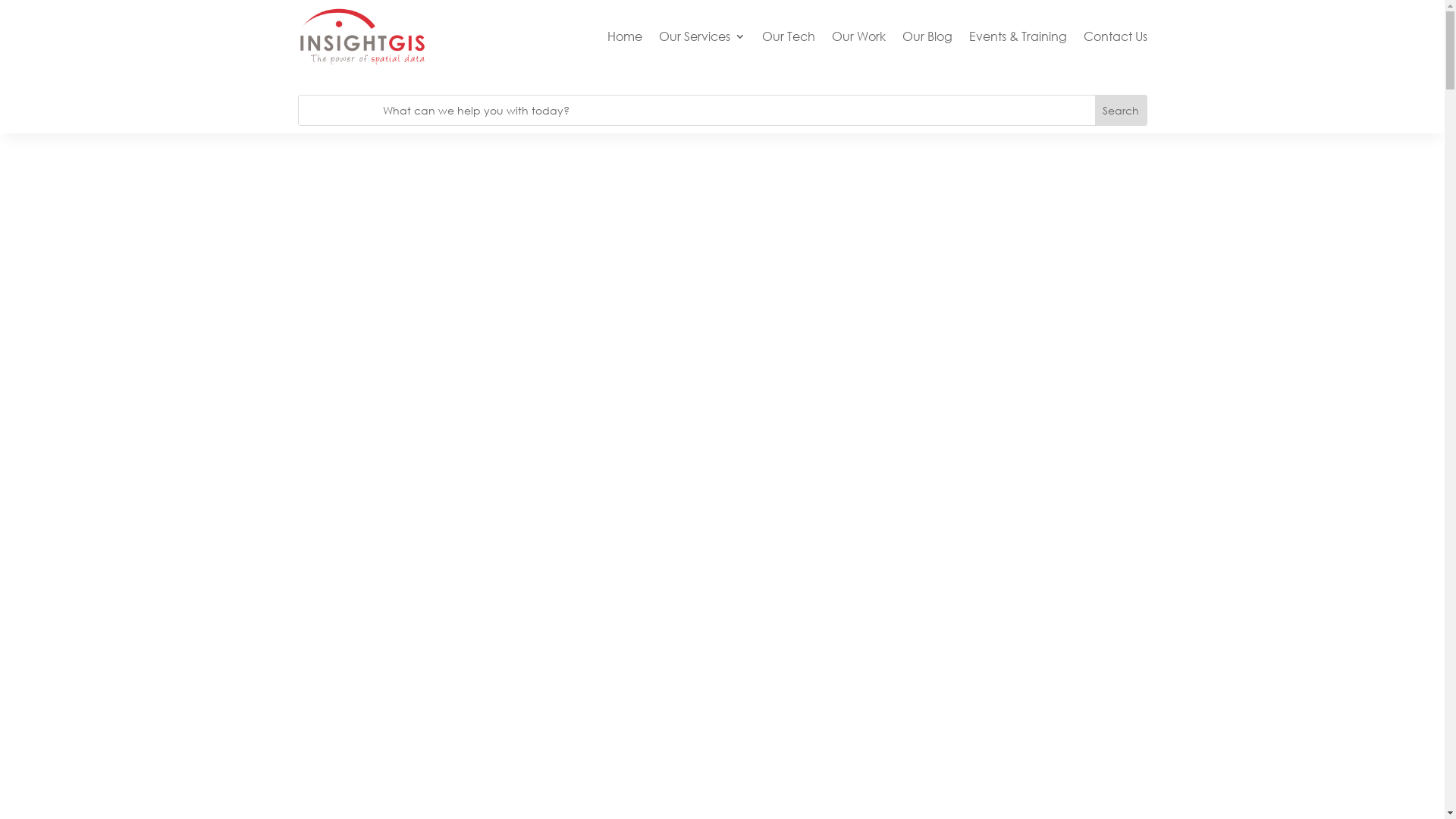 Image resolution: width=1456 pixels, height=819 pixels. I want to click on 'Our Work', so click(858, 36).